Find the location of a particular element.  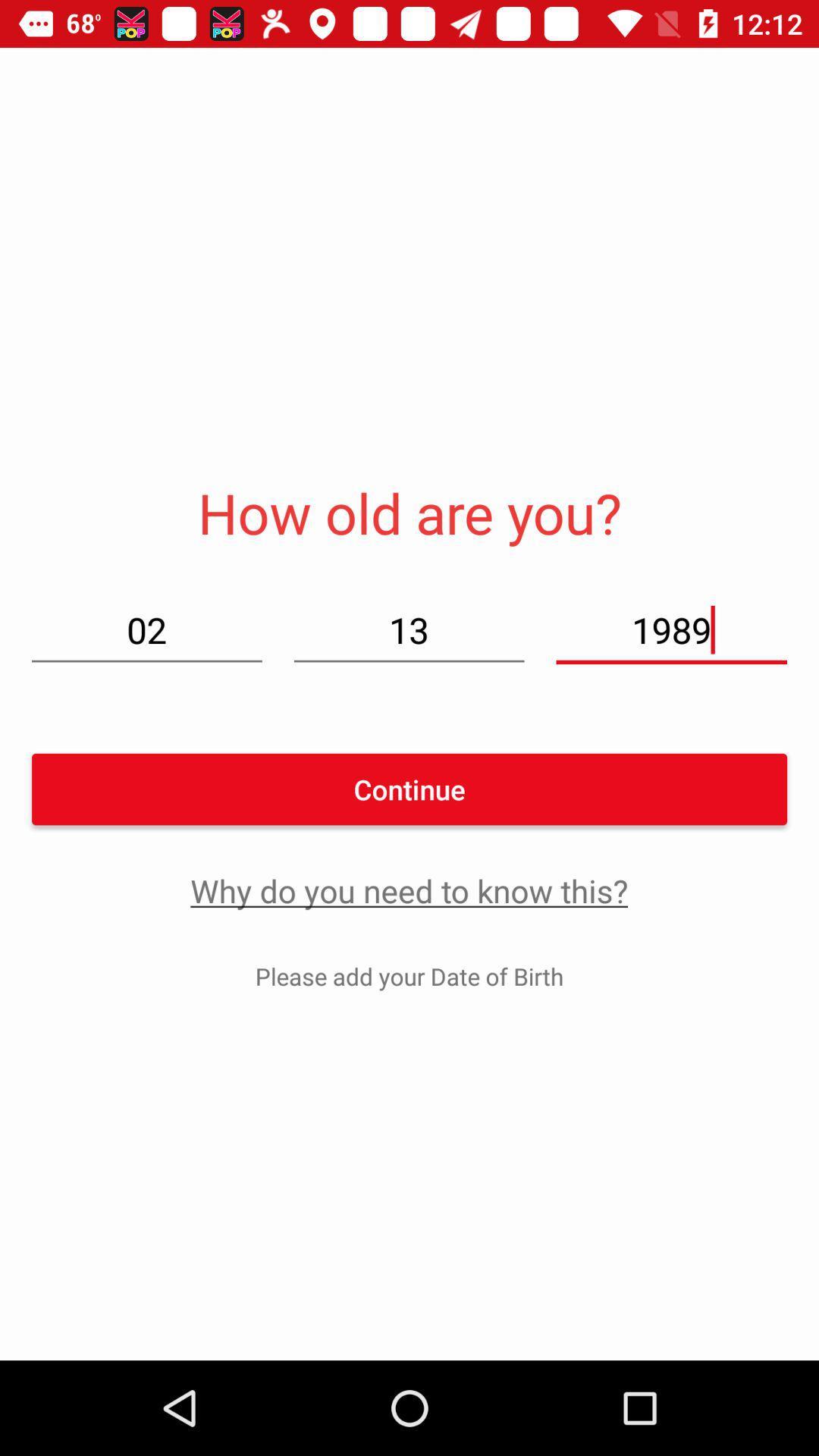

item above the continue is located at coordinates (408, 629).